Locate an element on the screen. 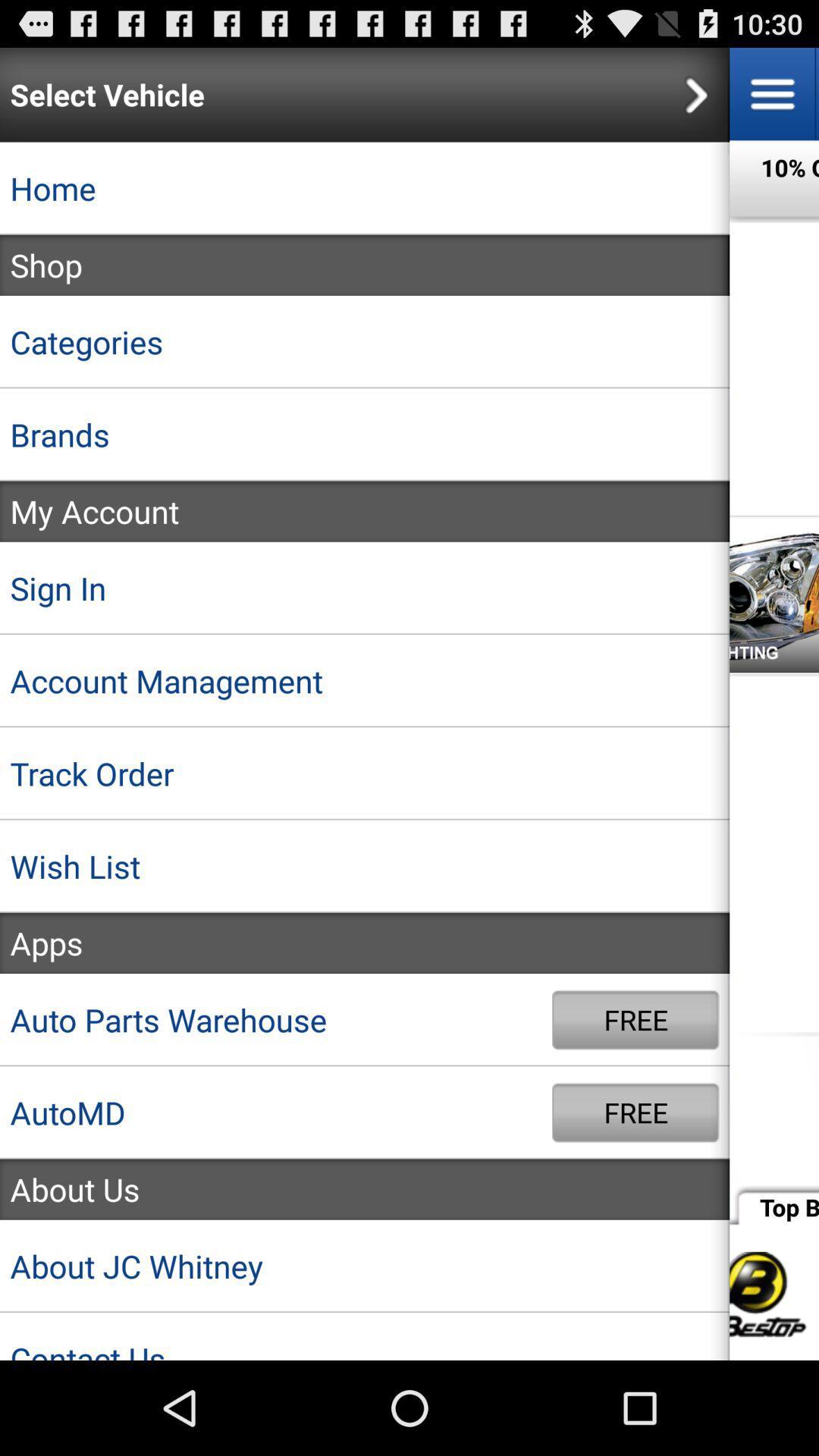 The image size is (819, 1456). the icon above the account management is located at coordinates (365, 587).